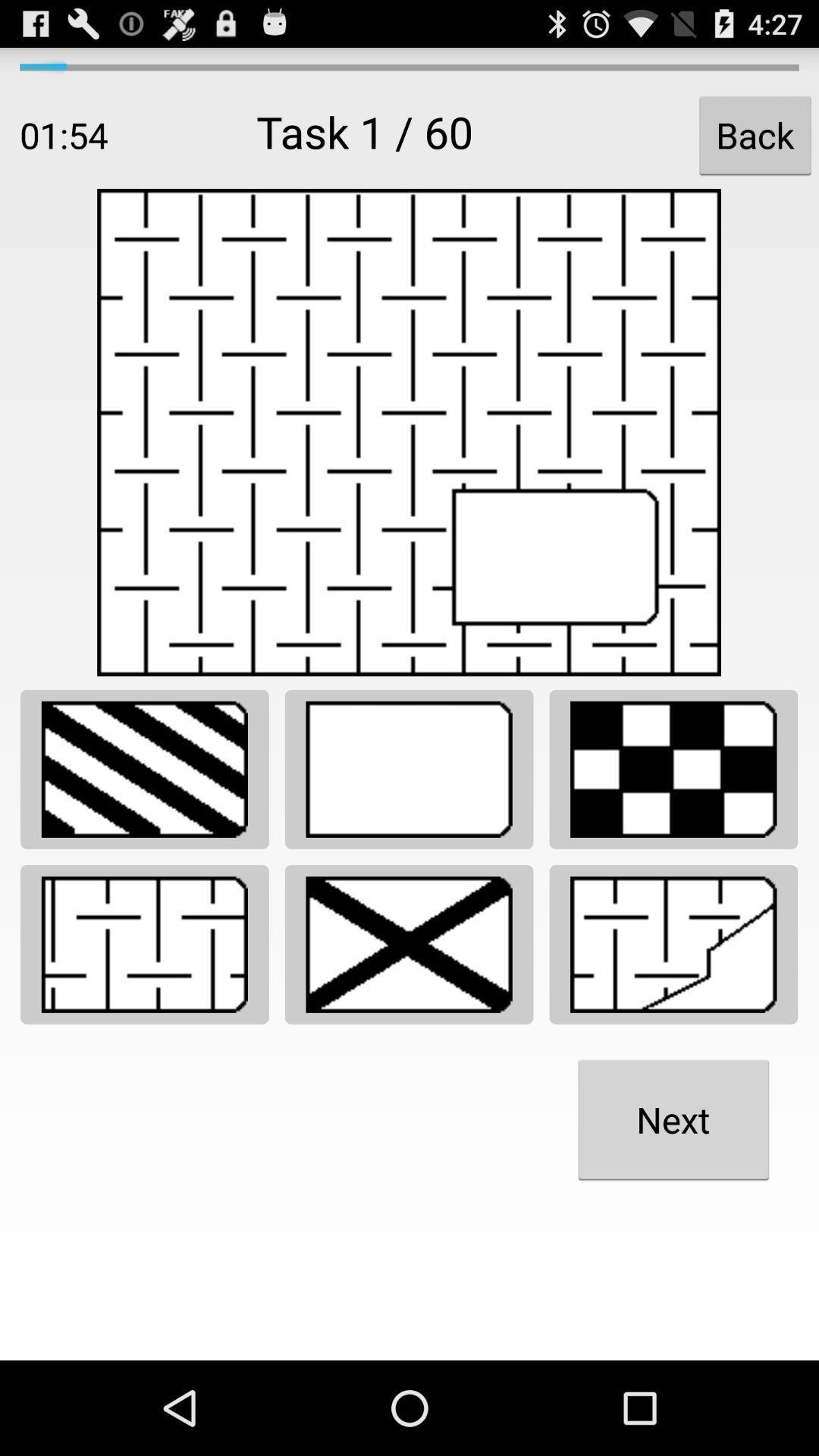  I want to click on the next, so click(673, 1119).